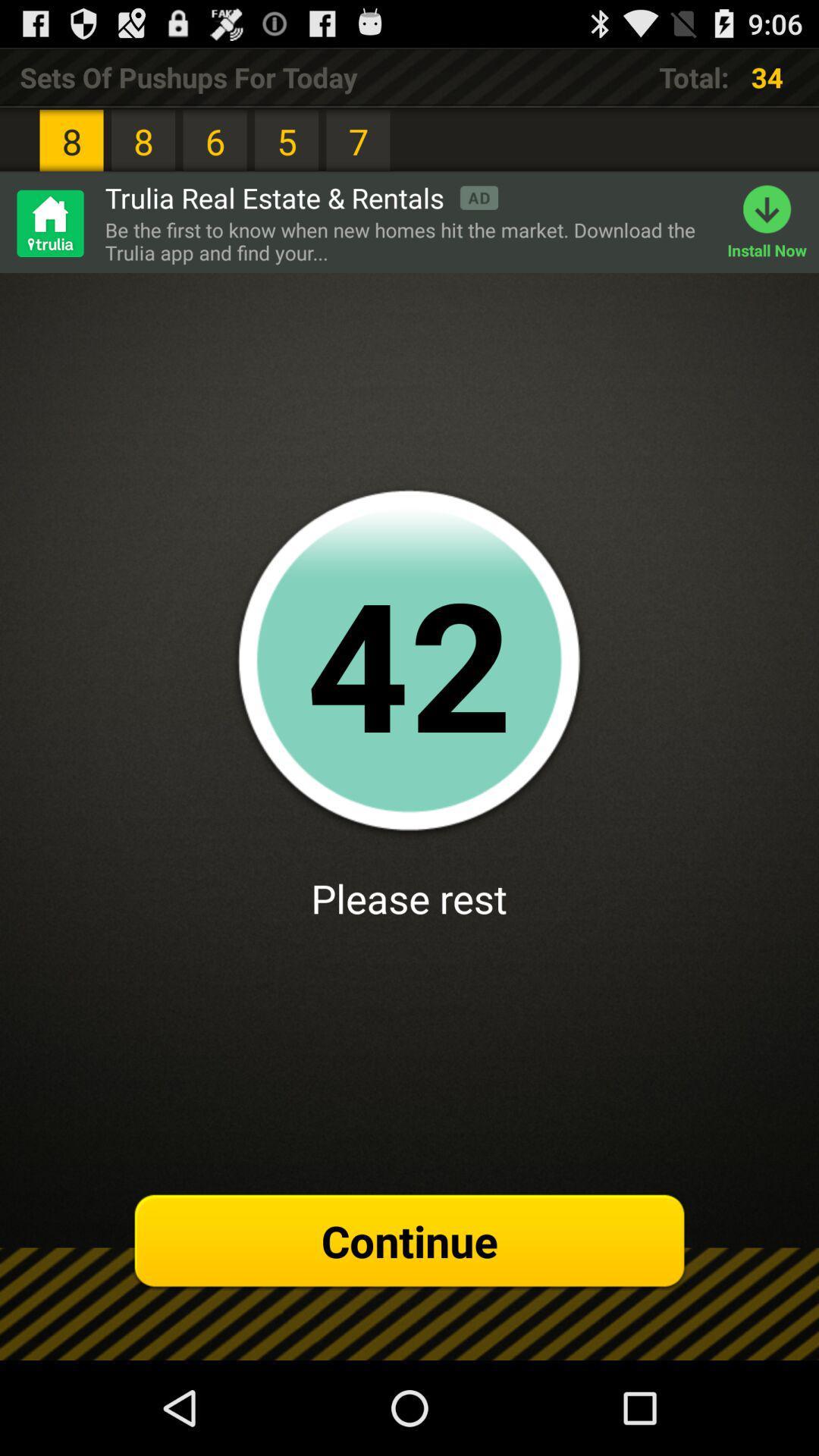 The height and width of the screenshot is (1456, 819). I want to click on the item to the left of install now icon, so click(407, 240).